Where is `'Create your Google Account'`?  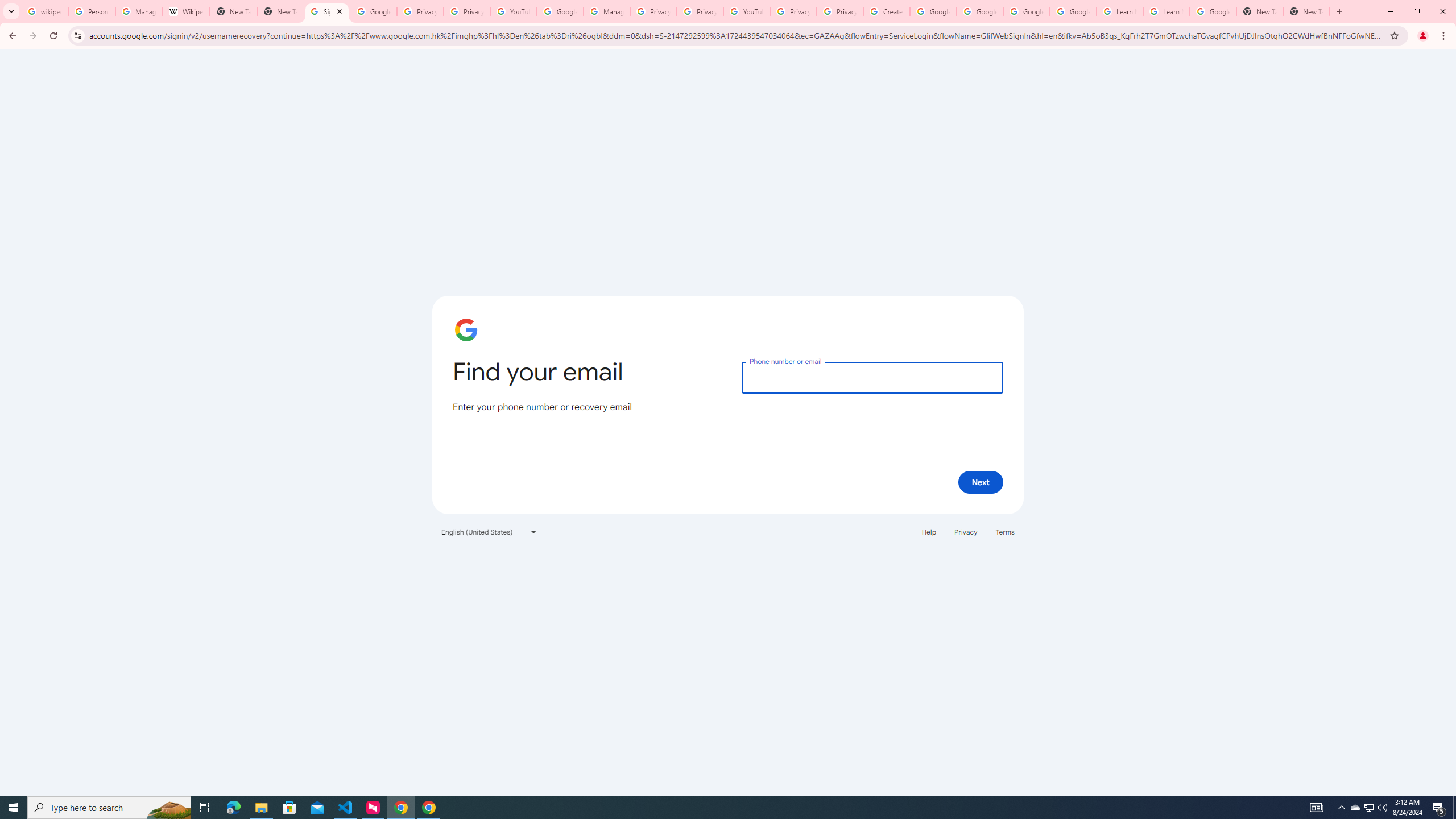 'Create your Google Account' is located at coordinates (886, 11).